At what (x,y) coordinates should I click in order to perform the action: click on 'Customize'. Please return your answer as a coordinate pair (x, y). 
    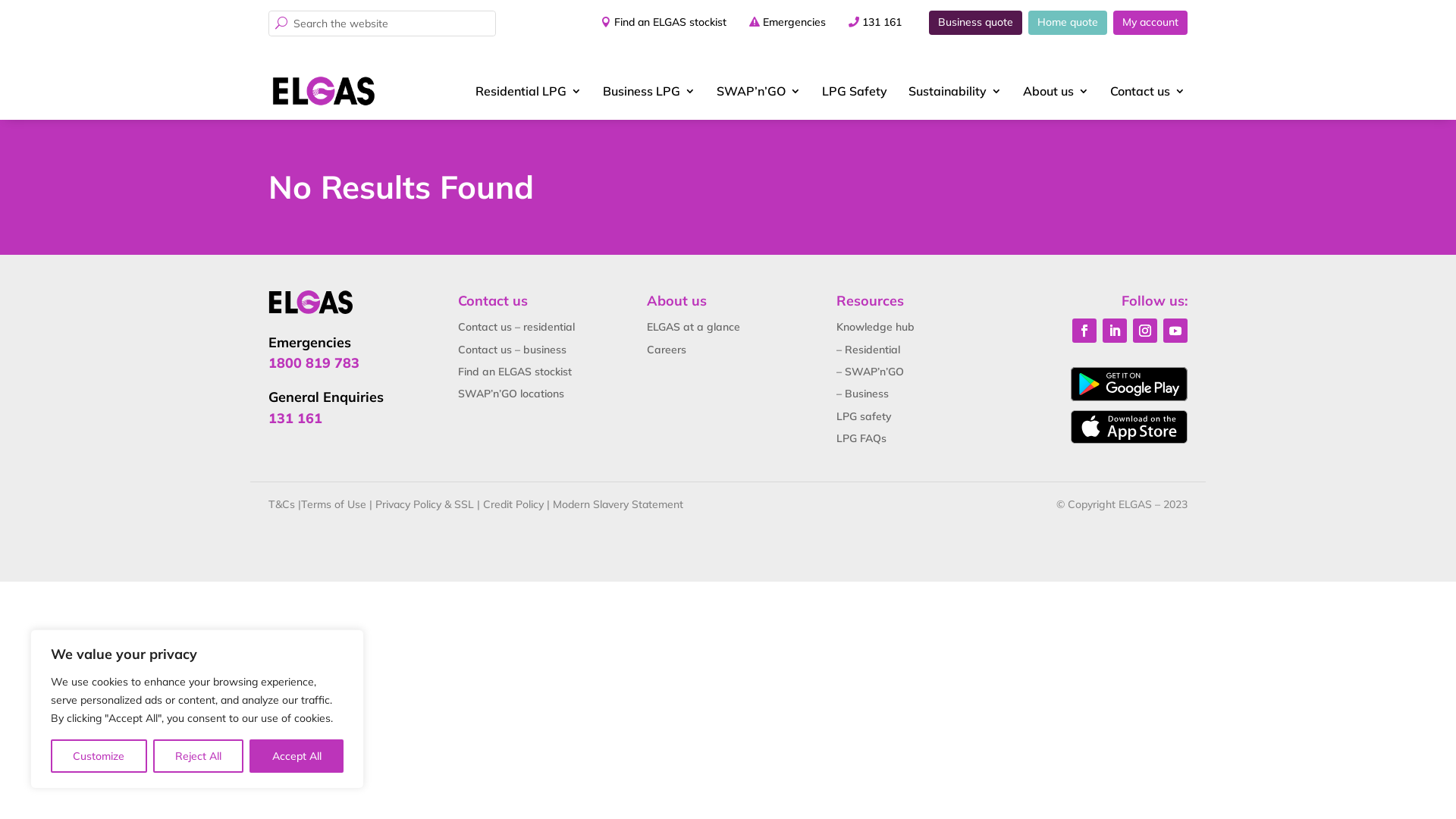
    Looking at the image, I should click on (98, 755).